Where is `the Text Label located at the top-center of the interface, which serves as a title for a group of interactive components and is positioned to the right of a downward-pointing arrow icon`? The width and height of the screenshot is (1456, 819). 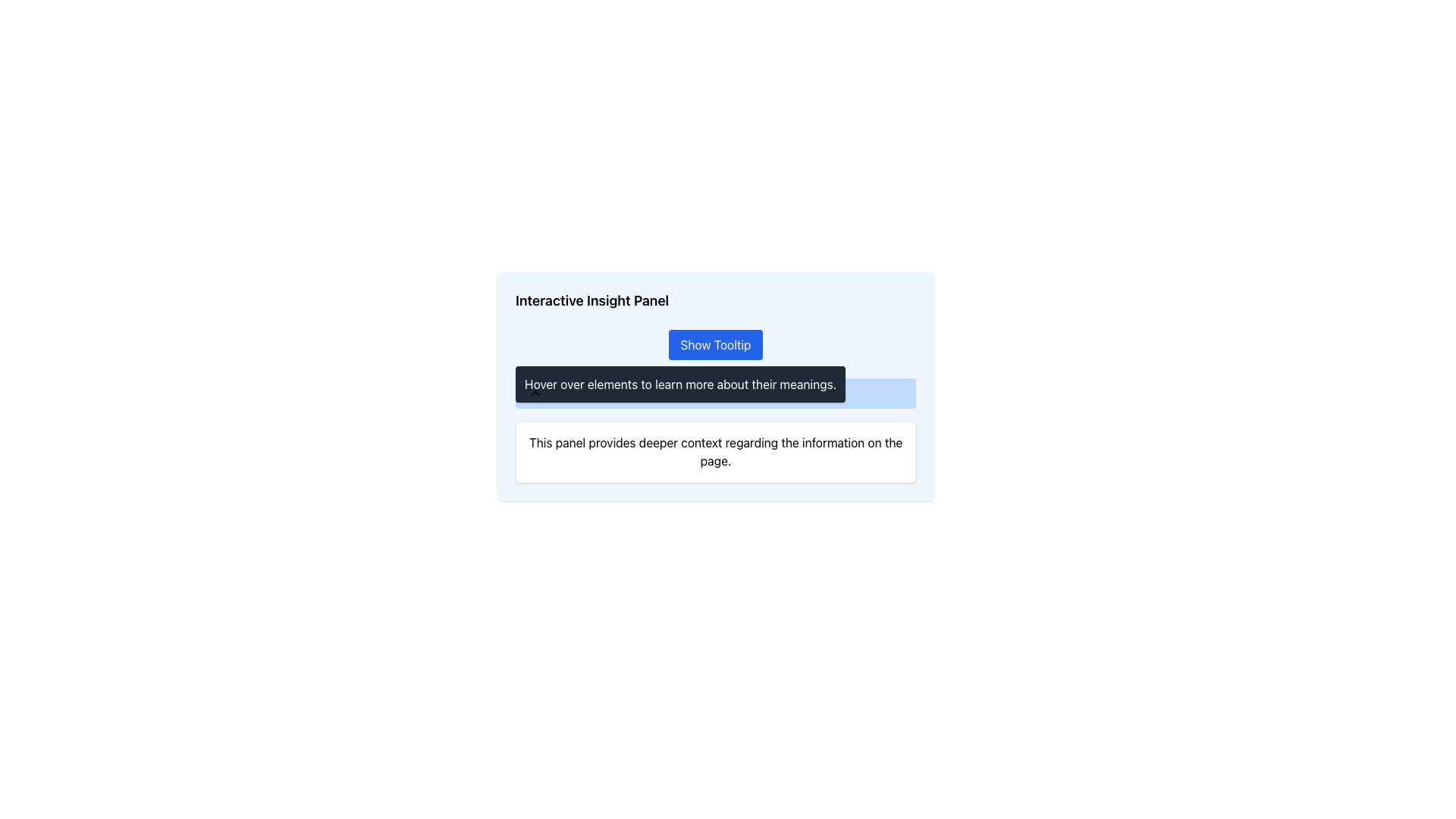
the Text Label located at the top-center of the interface, which serves as a title for a group of interactive components and is positioned to the right of a downward-pointing arrow icon is located at coordinates (601, 393).